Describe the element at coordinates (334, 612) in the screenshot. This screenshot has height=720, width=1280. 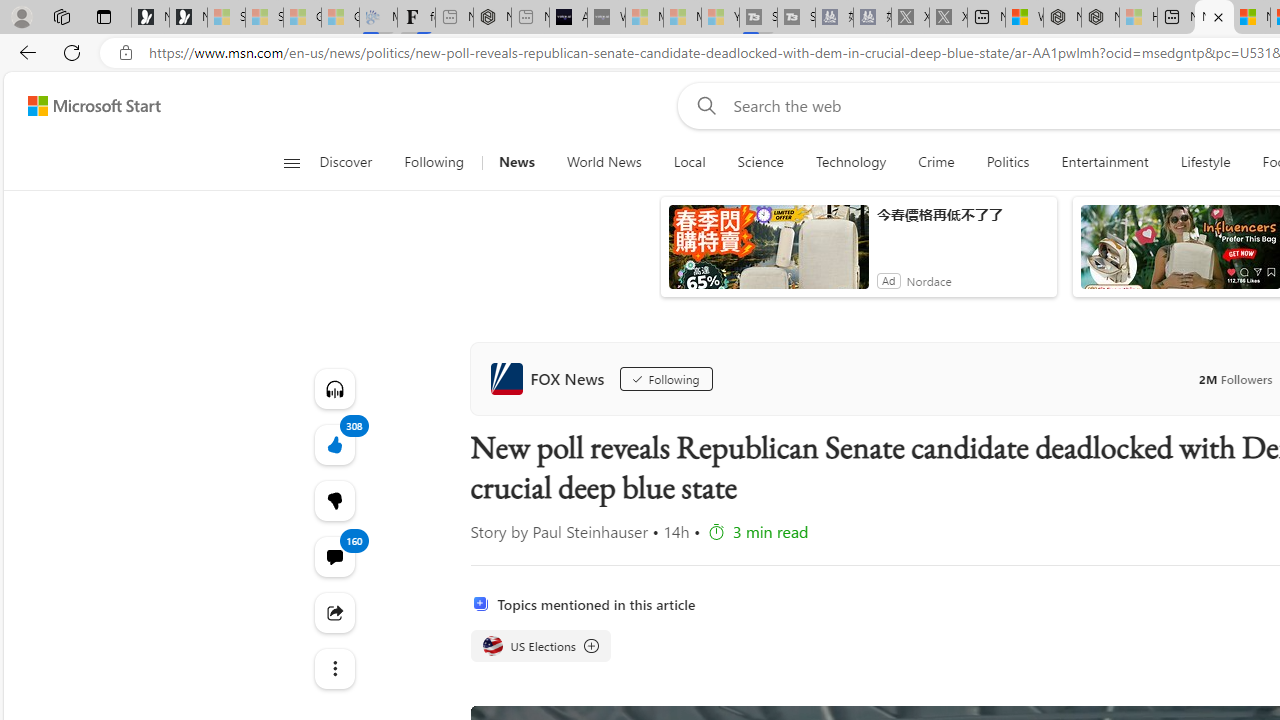
I see `'Share this story'` at that location.